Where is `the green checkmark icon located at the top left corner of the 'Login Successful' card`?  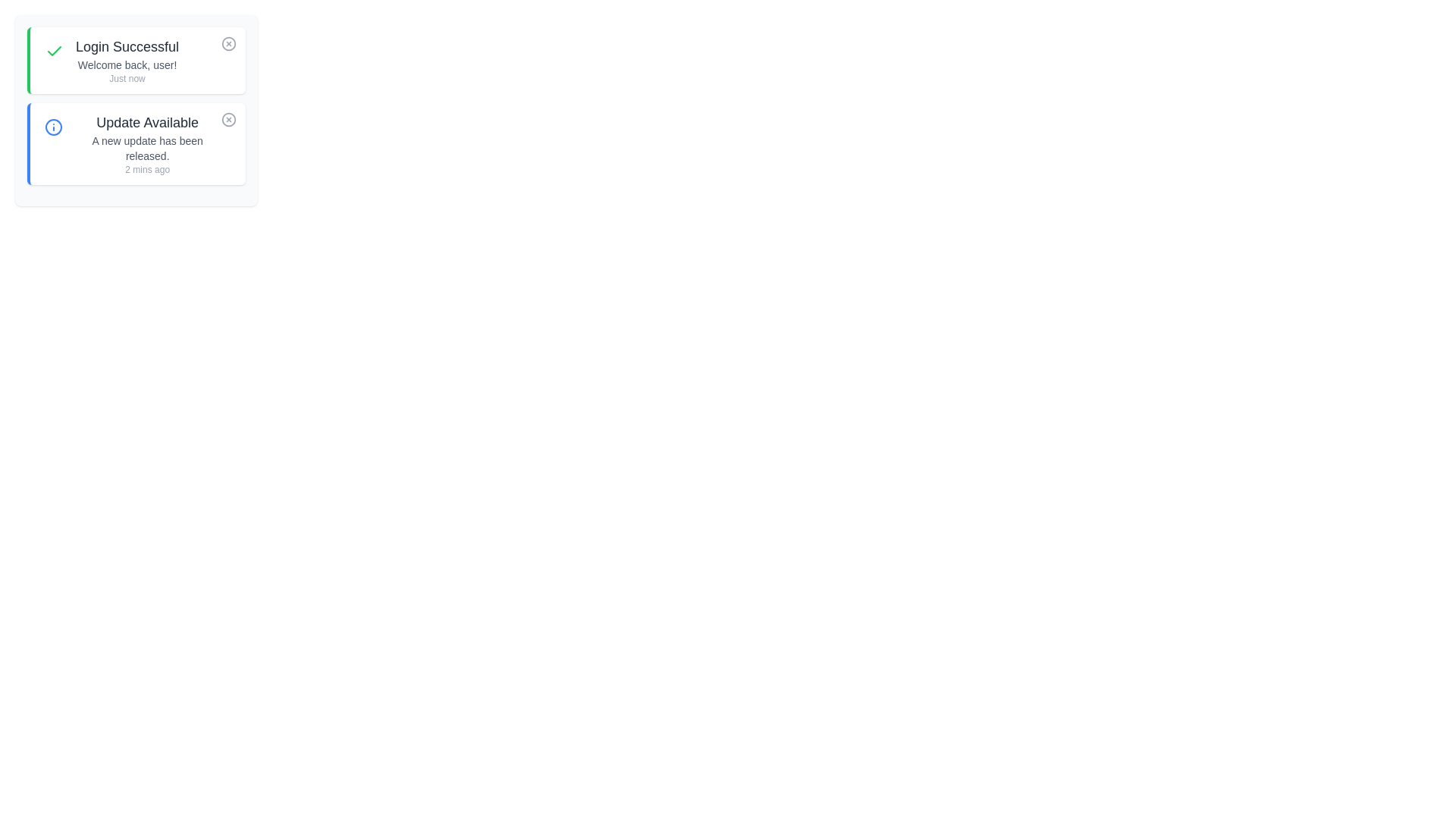 the green checkmark icon located at the top left corner of the 'Login Successful' card is located at coordinates (55, 51).